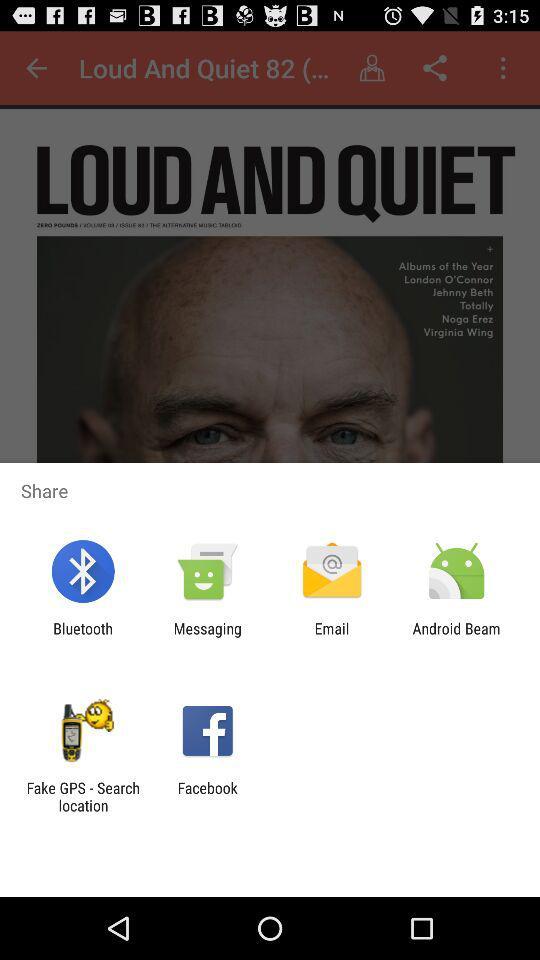 This screenshot has height=960, width=540. I want to click on the icon to the left of android beam item, so click(332, 636).